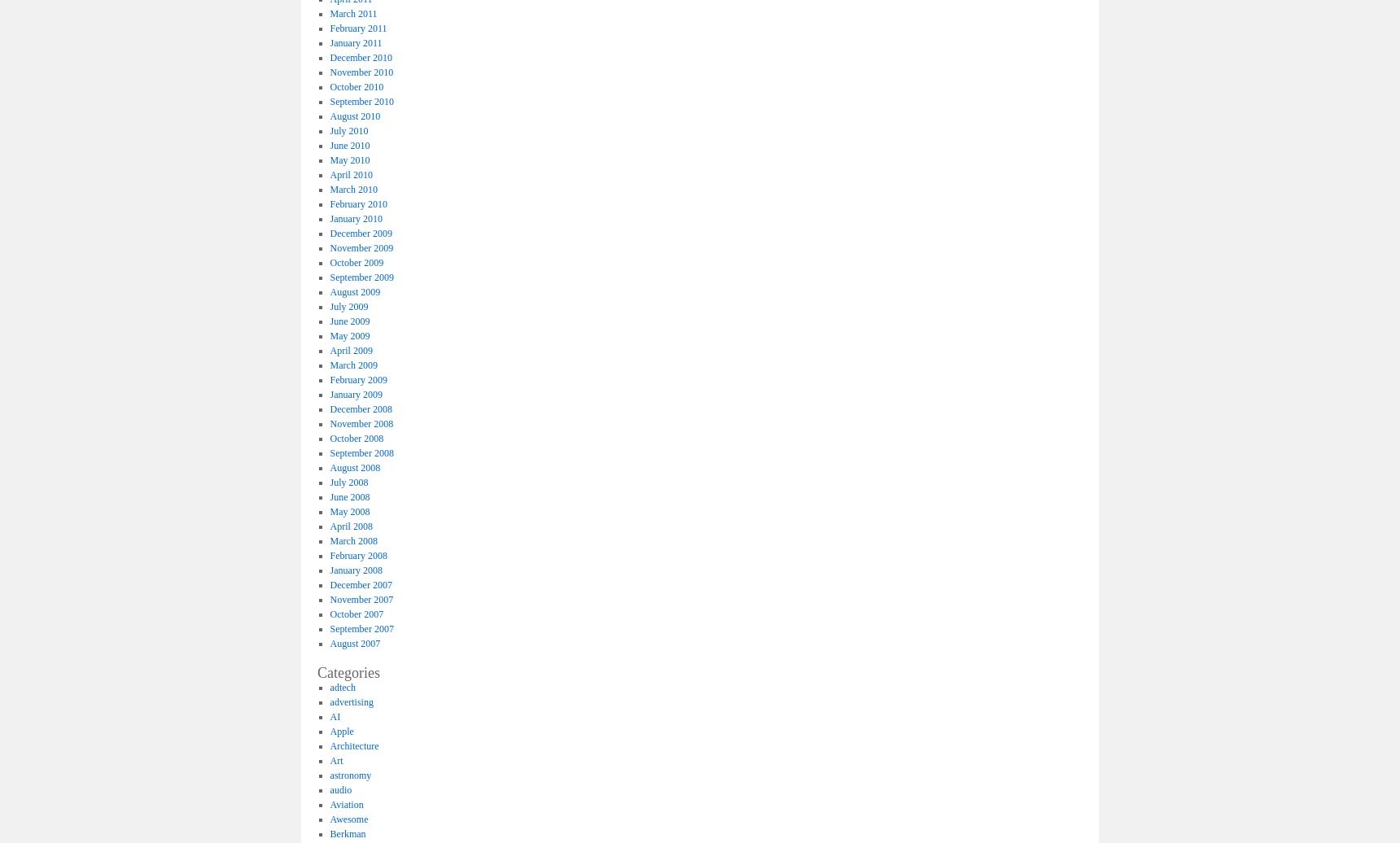 The height and width of the screenshot is (843, 1400). What do you see at coordinates (330, 188) in the screenshot?
I see `'March 2010'` at bounding box center [330, 188].